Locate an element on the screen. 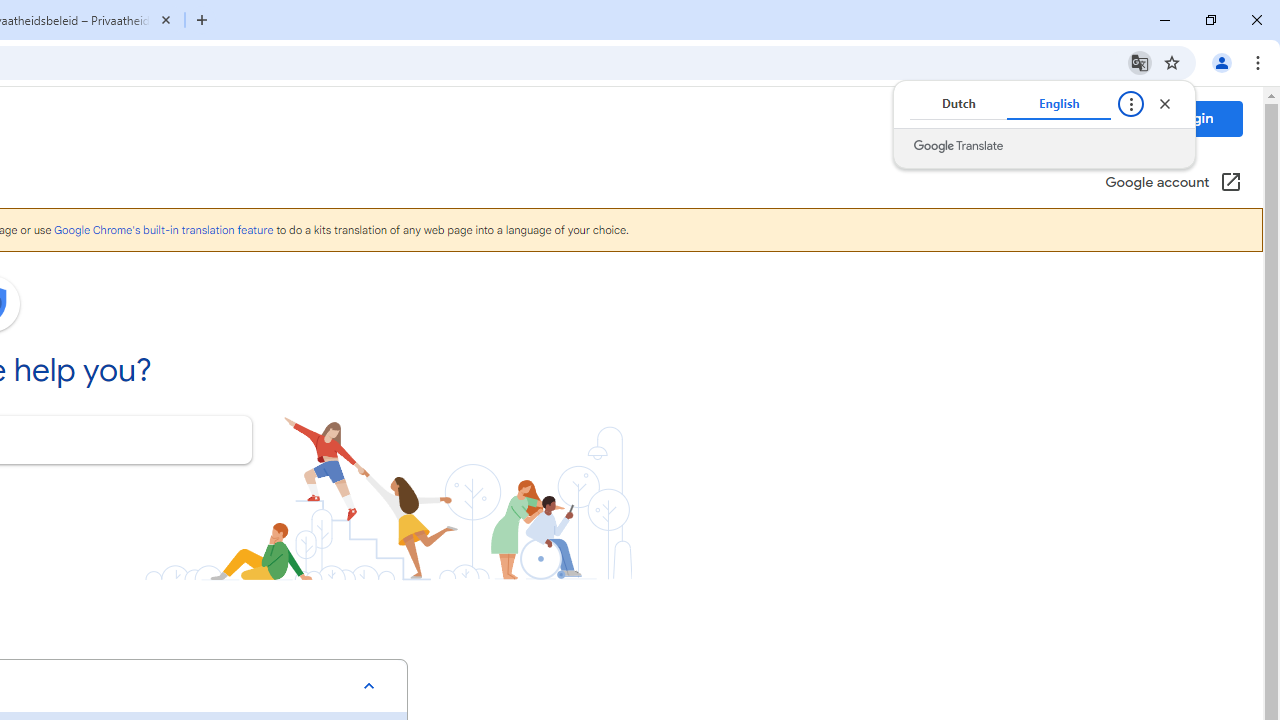  'Google Chrome' is located at coordinates (163, 229).